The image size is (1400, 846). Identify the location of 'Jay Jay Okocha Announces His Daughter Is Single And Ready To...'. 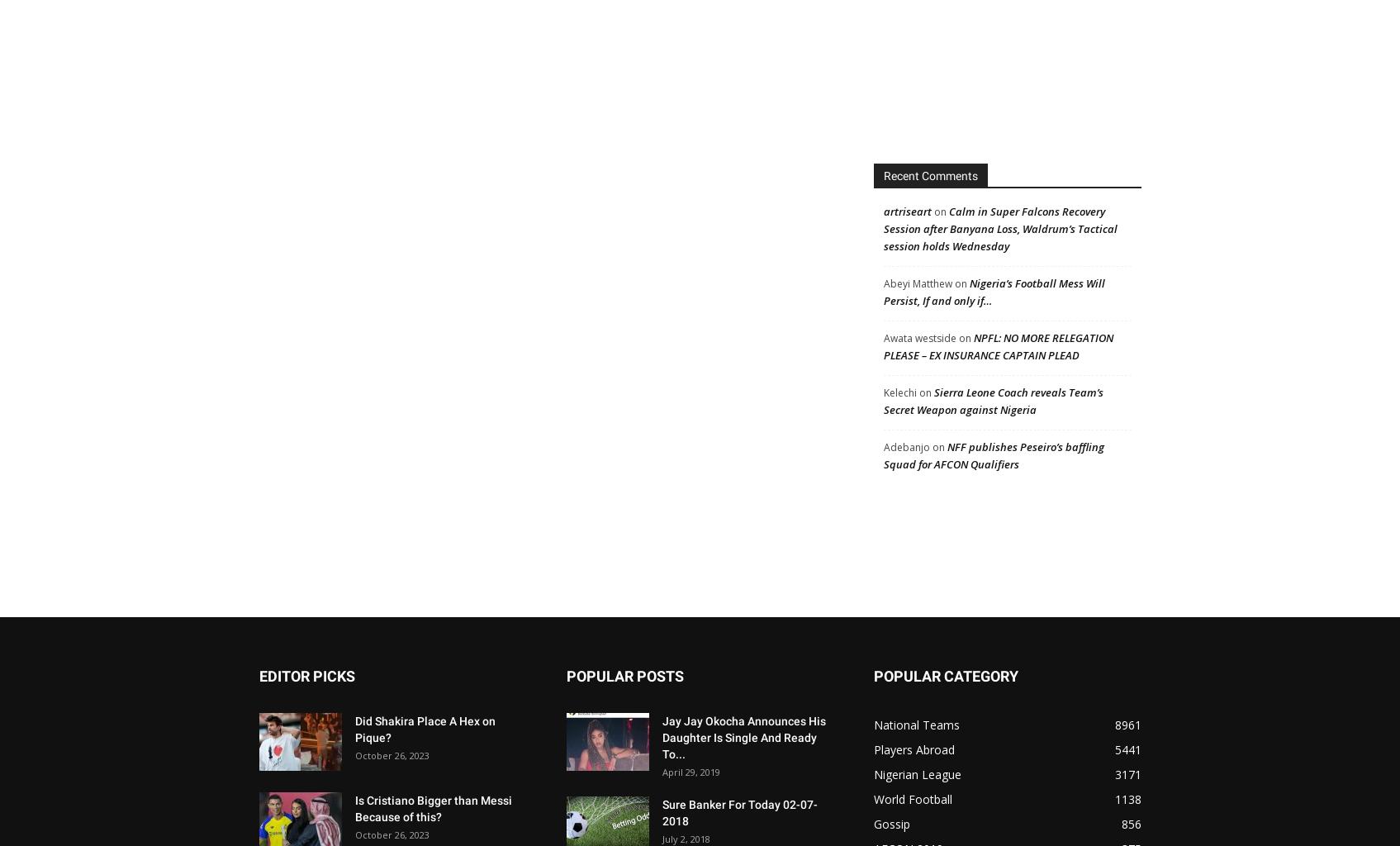
(662, 738).